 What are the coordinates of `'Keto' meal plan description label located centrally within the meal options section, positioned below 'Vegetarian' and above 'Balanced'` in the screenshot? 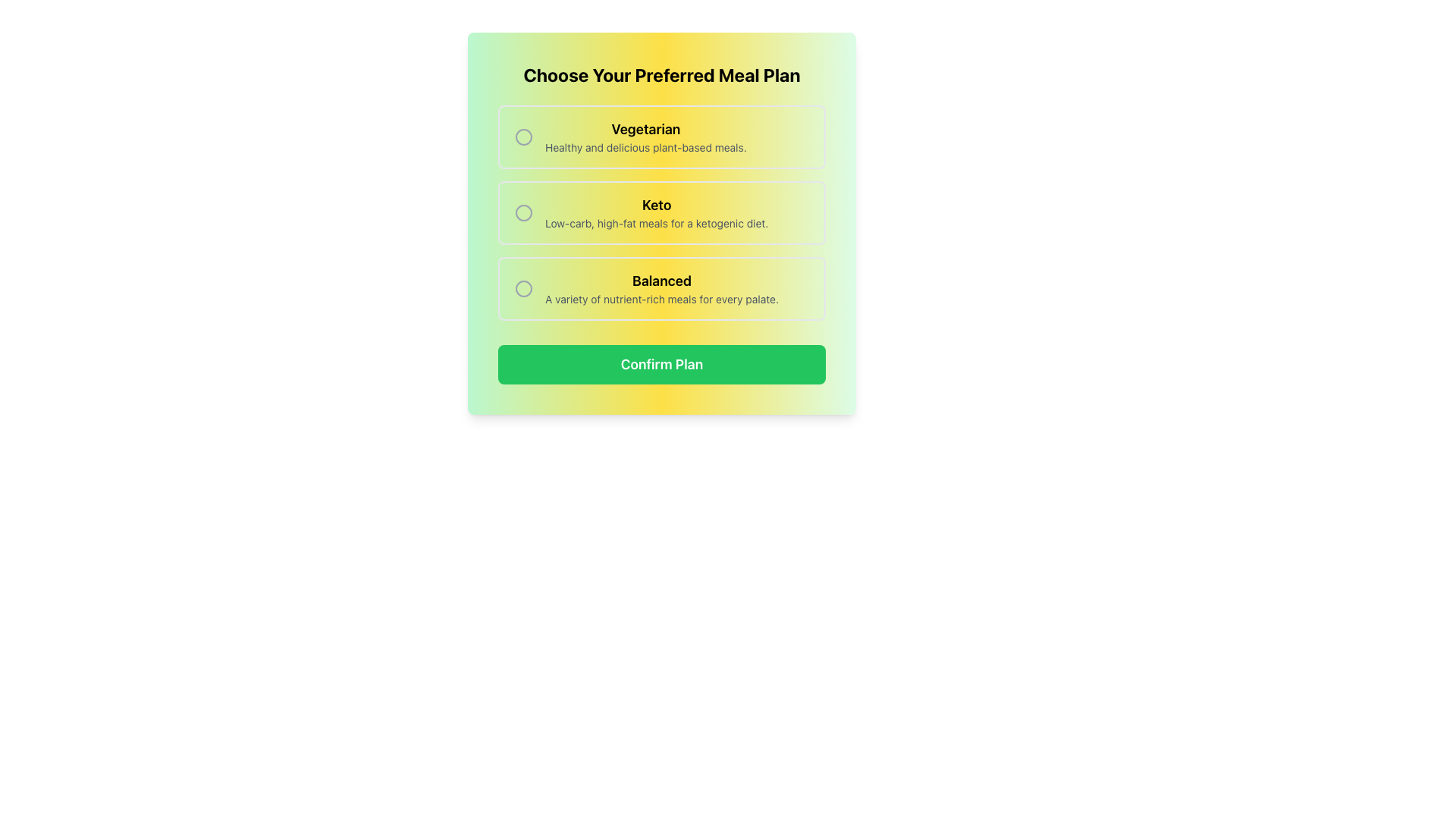 It's located at (657, 213).